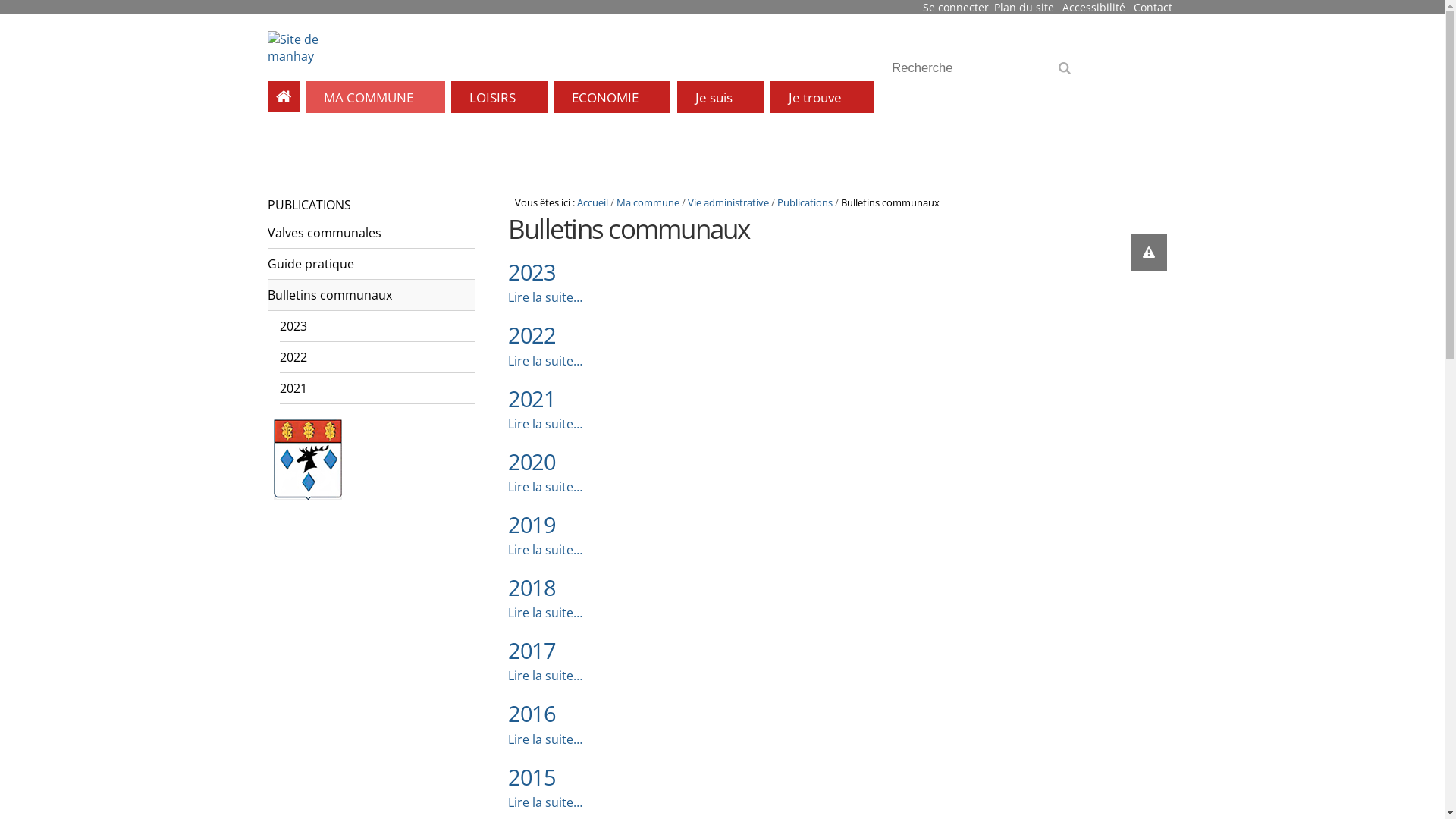 Image resolution: width=1456 pixels, height=819 pixels. I want to click on 'Se connecter', so click(955, 7).